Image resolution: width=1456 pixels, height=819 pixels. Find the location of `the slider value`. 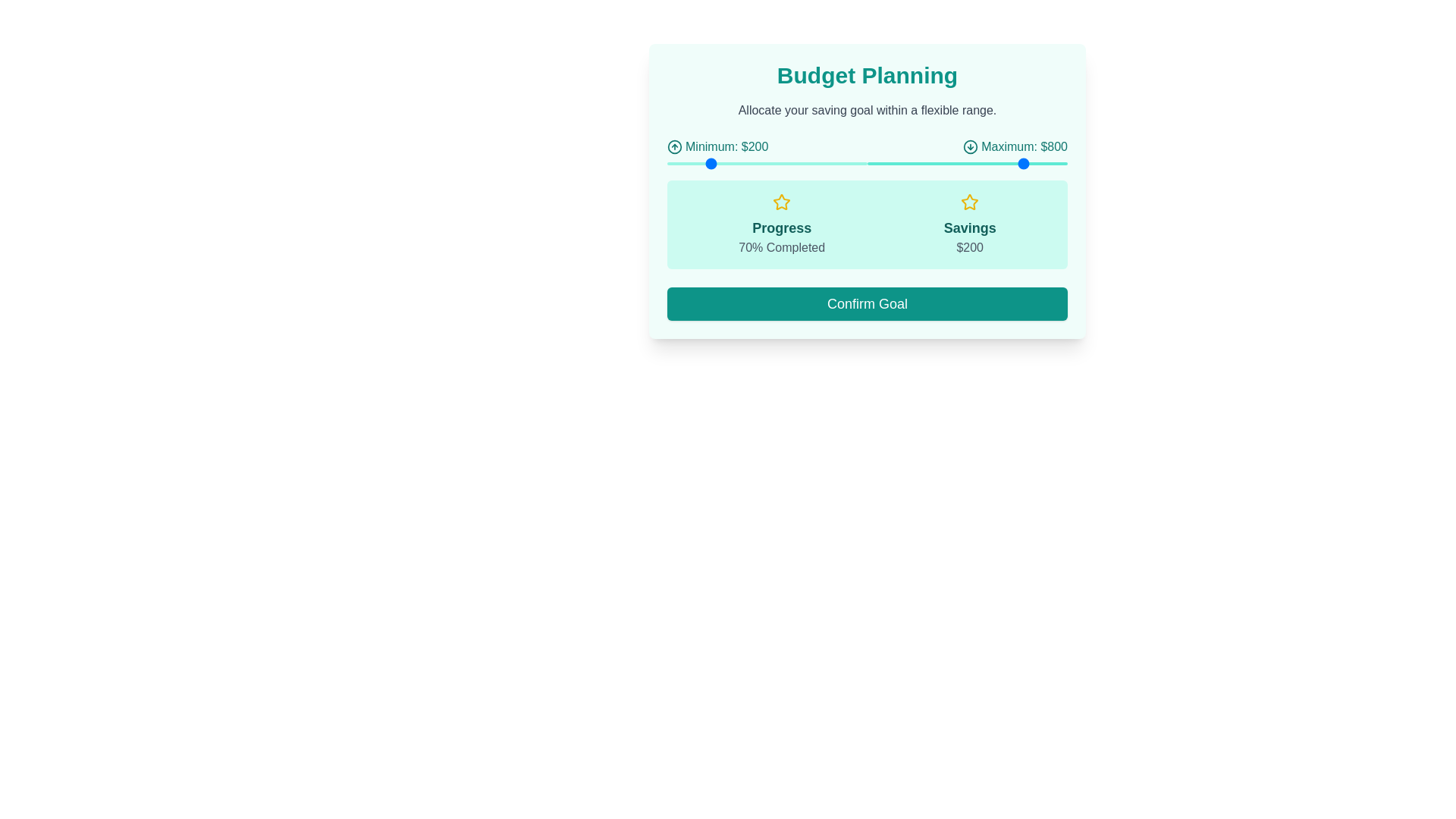

the slider value is located at coordinates (714, 164).